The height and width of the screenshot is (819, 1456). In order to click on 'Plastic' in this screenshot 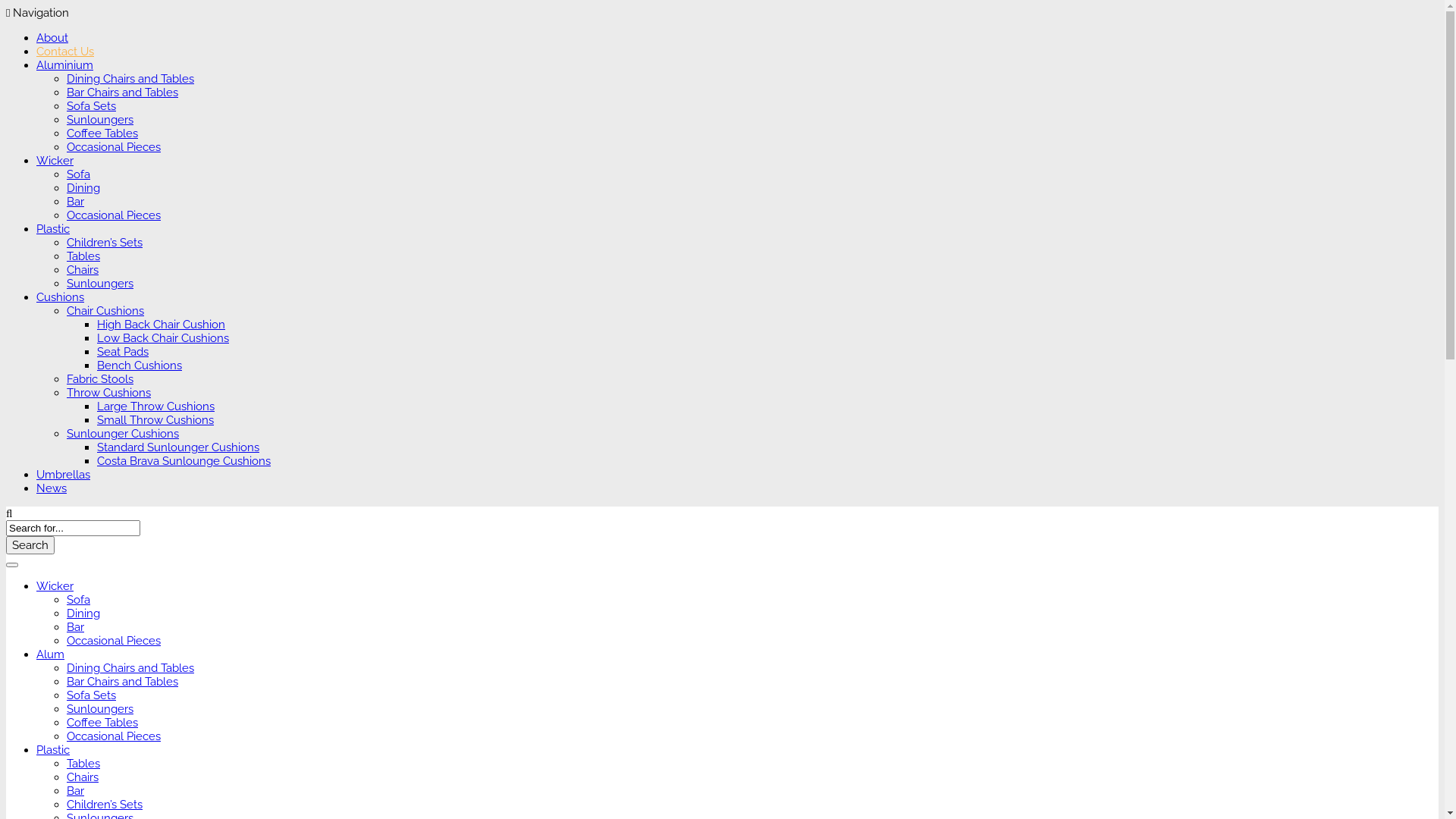, I will do `click(53, 228)`.